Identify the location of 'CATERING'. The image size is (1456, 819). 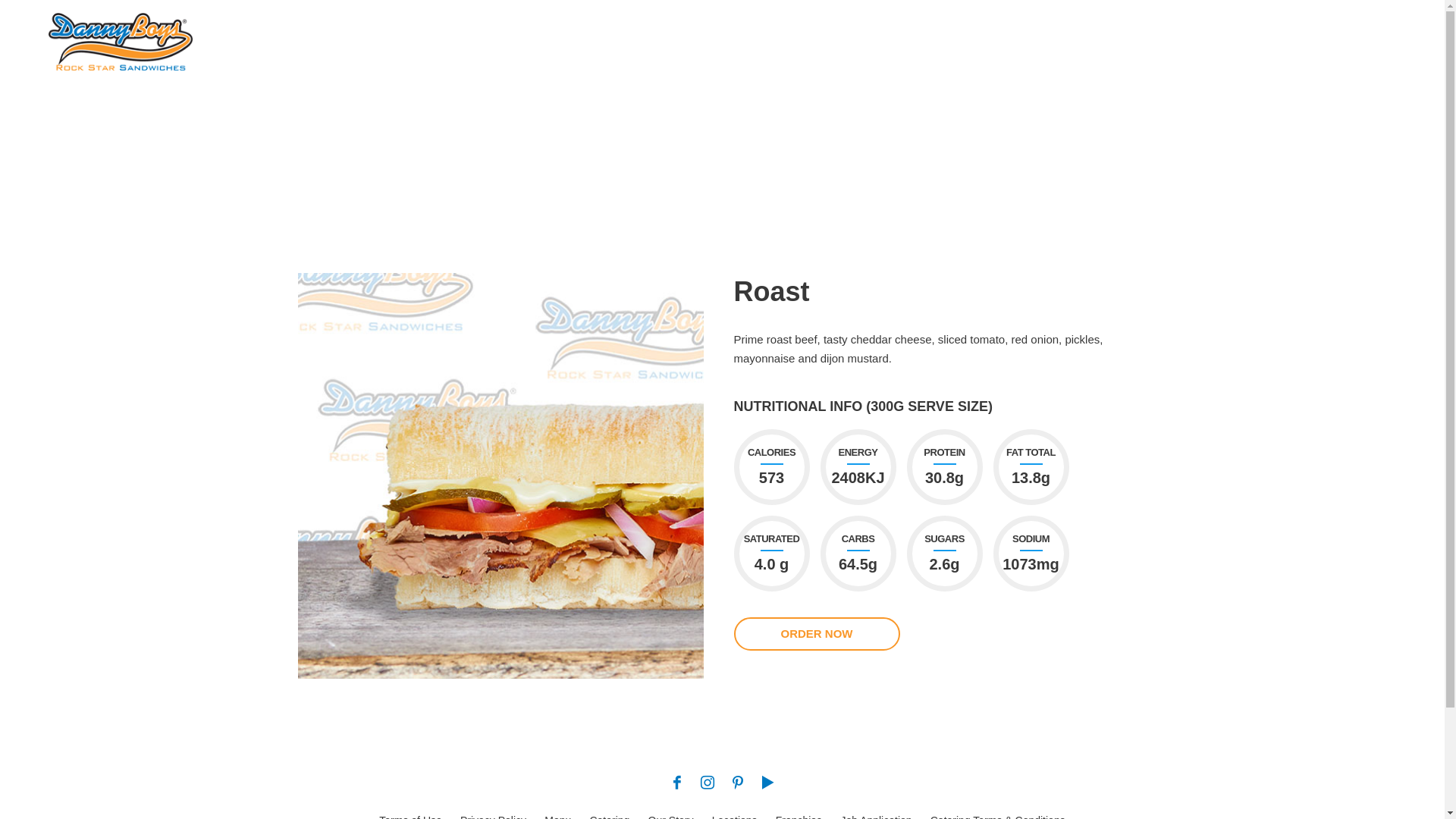
(837, 36).